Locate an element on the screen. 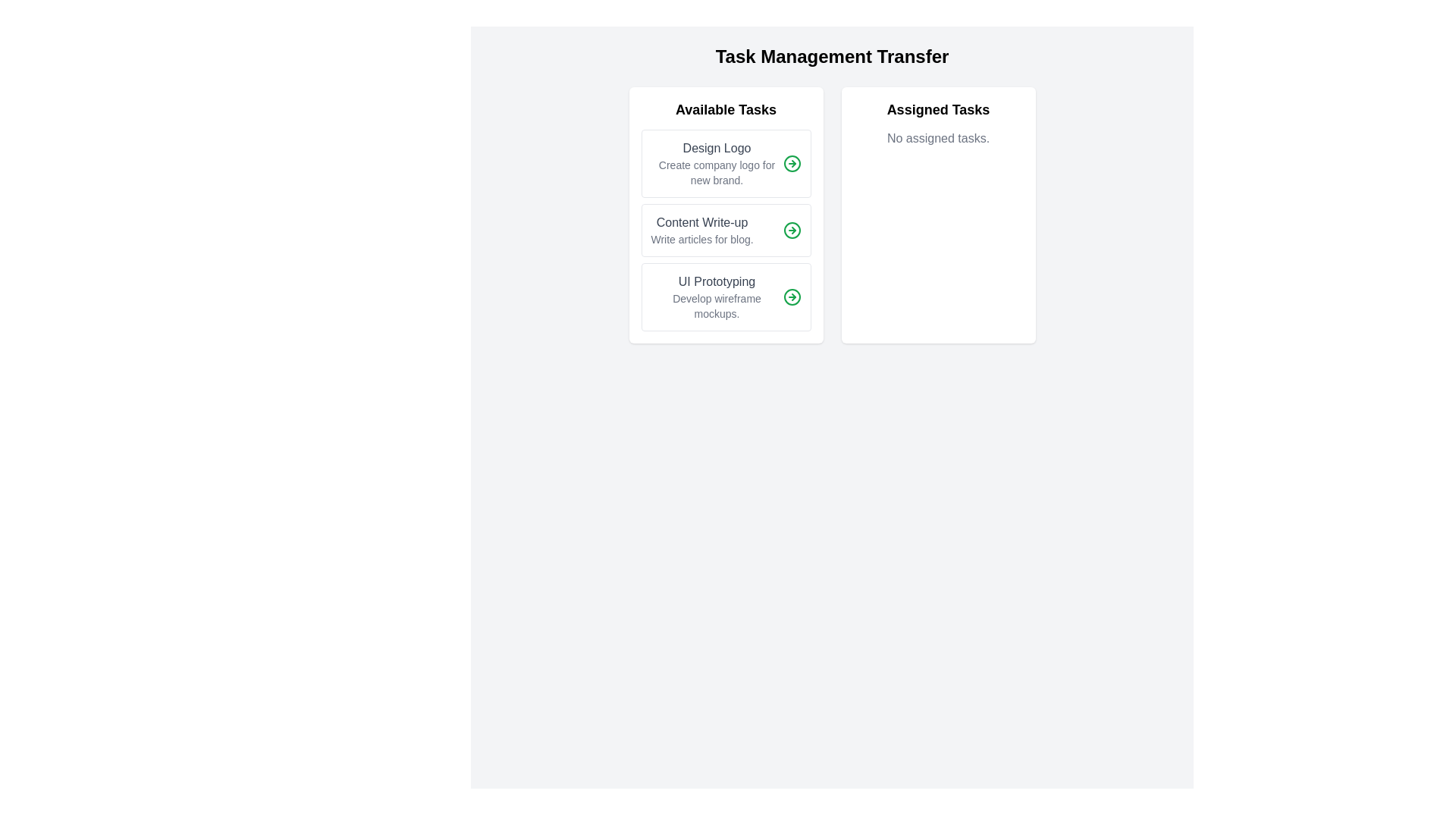  the 'UI Prototyping' text label, which is part of an information card in the 'Available Tasks' section, located in the third card below 'Content Write-up' and above 'Develop wireframe mockups.' is located at coordinates (716, 281).